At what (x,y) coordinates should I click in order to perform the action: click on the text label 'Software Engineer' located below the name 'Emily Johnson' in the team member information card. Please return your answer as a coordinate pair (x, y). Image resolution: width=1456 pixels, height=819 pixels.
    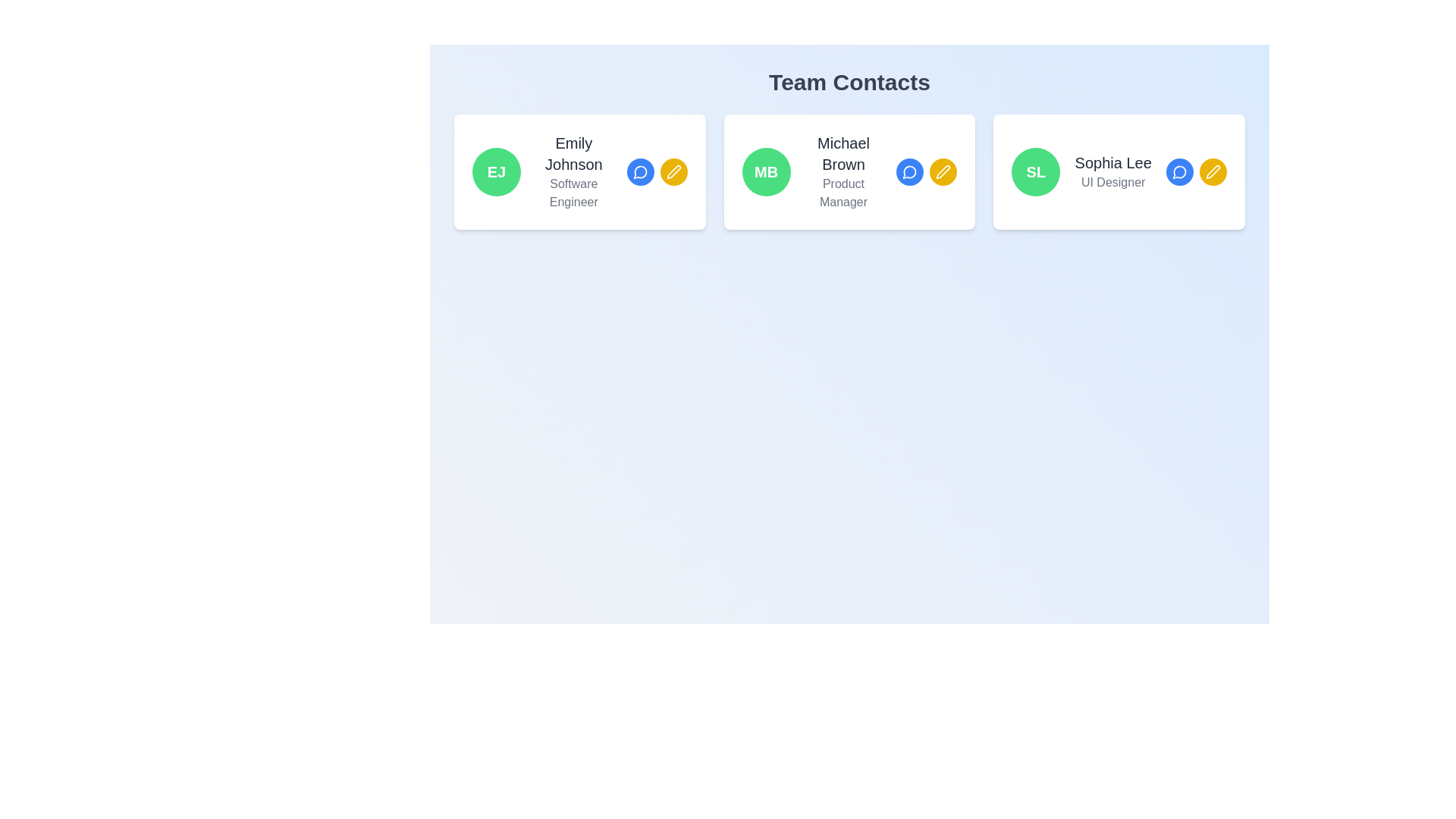
    Looking at the image, I should click on (573, 192).